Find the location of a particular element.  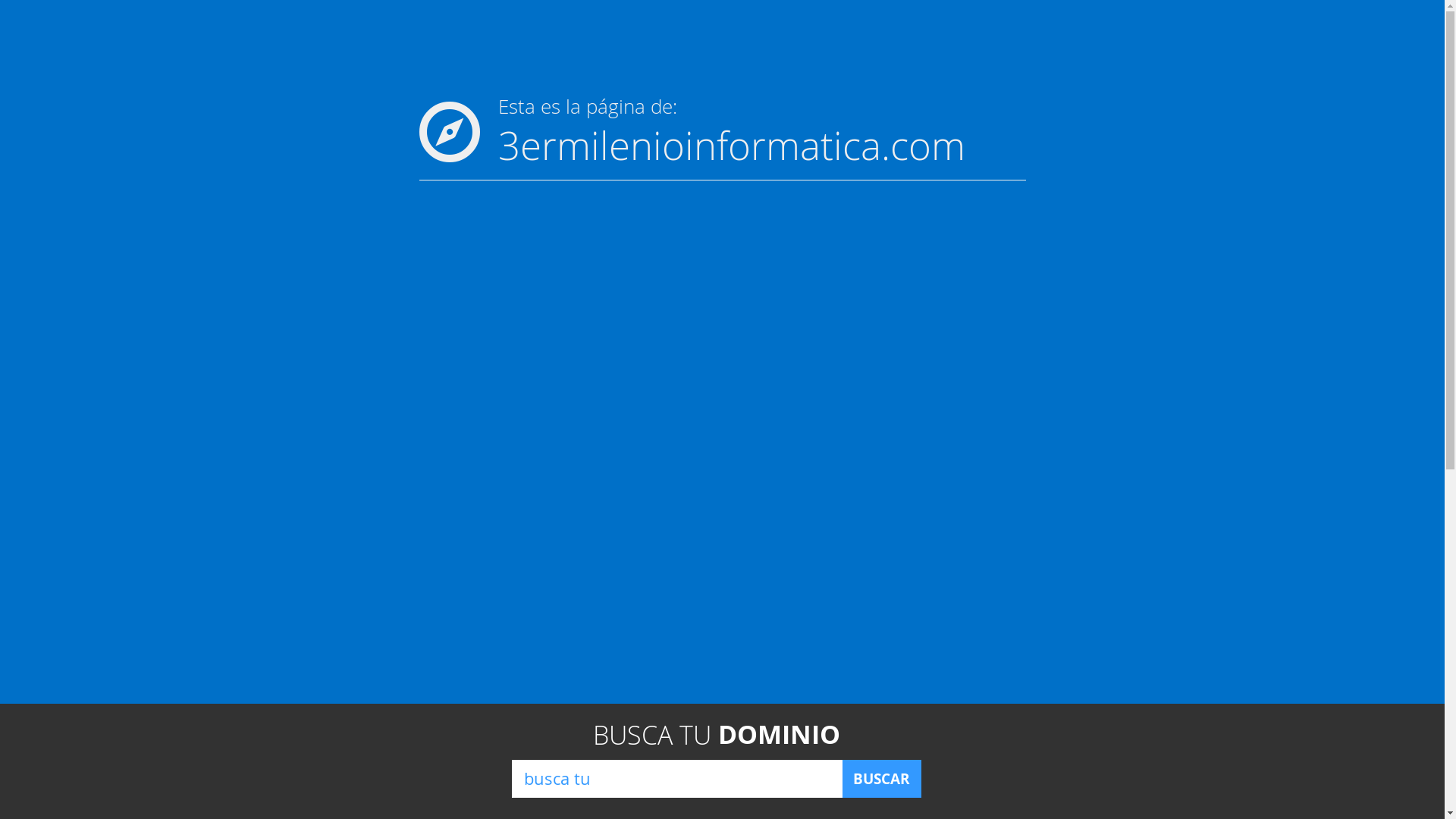

'BUSCAR' is located at coordinates (880, 778).